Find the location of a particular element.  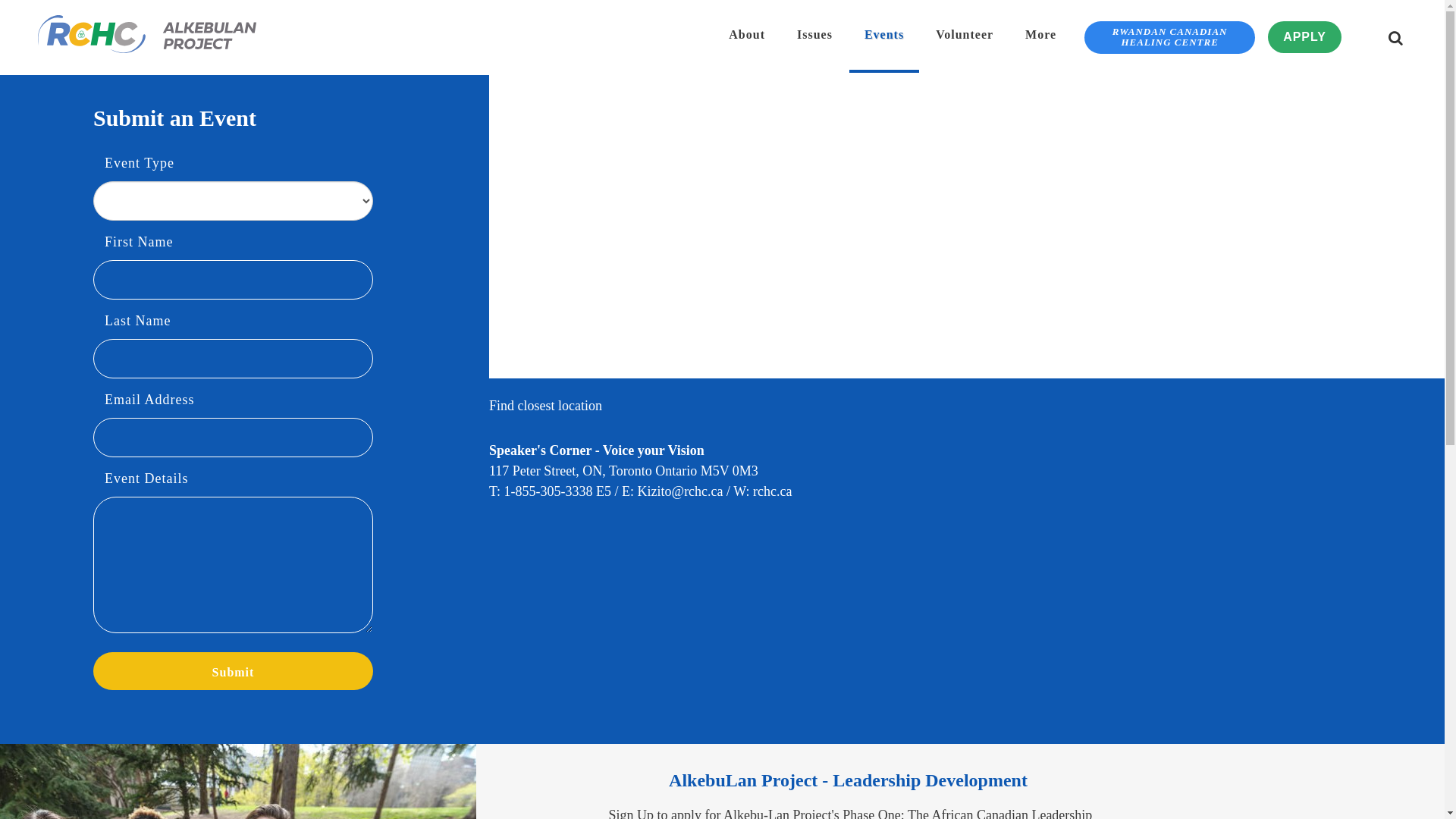

'RWANDAN CANADIAN HEALING CENTRE' is located at coordinates (1169, 36).